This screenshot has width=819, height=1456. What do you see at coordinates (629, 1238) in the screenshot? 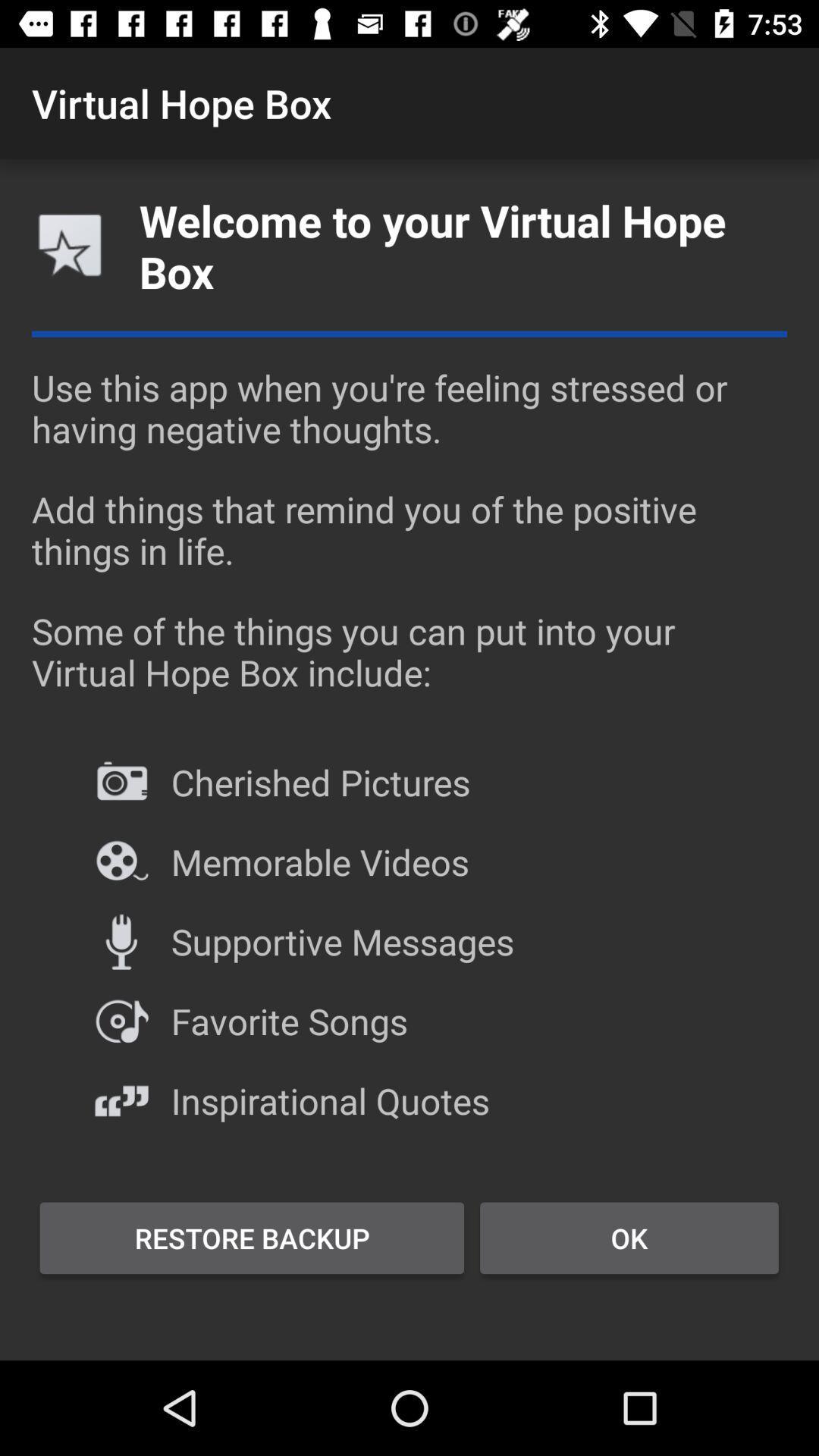
I see `the item to the right of restore backup` at bounding box center [629, 1238].